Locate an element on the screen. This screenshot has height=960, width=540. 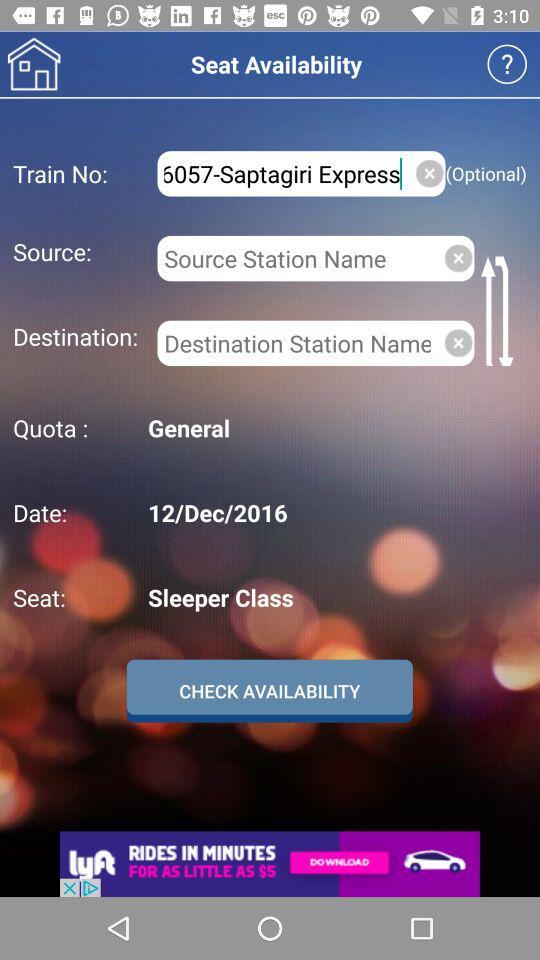
icon to the right of quota : item is located at coordinates (334, 428).